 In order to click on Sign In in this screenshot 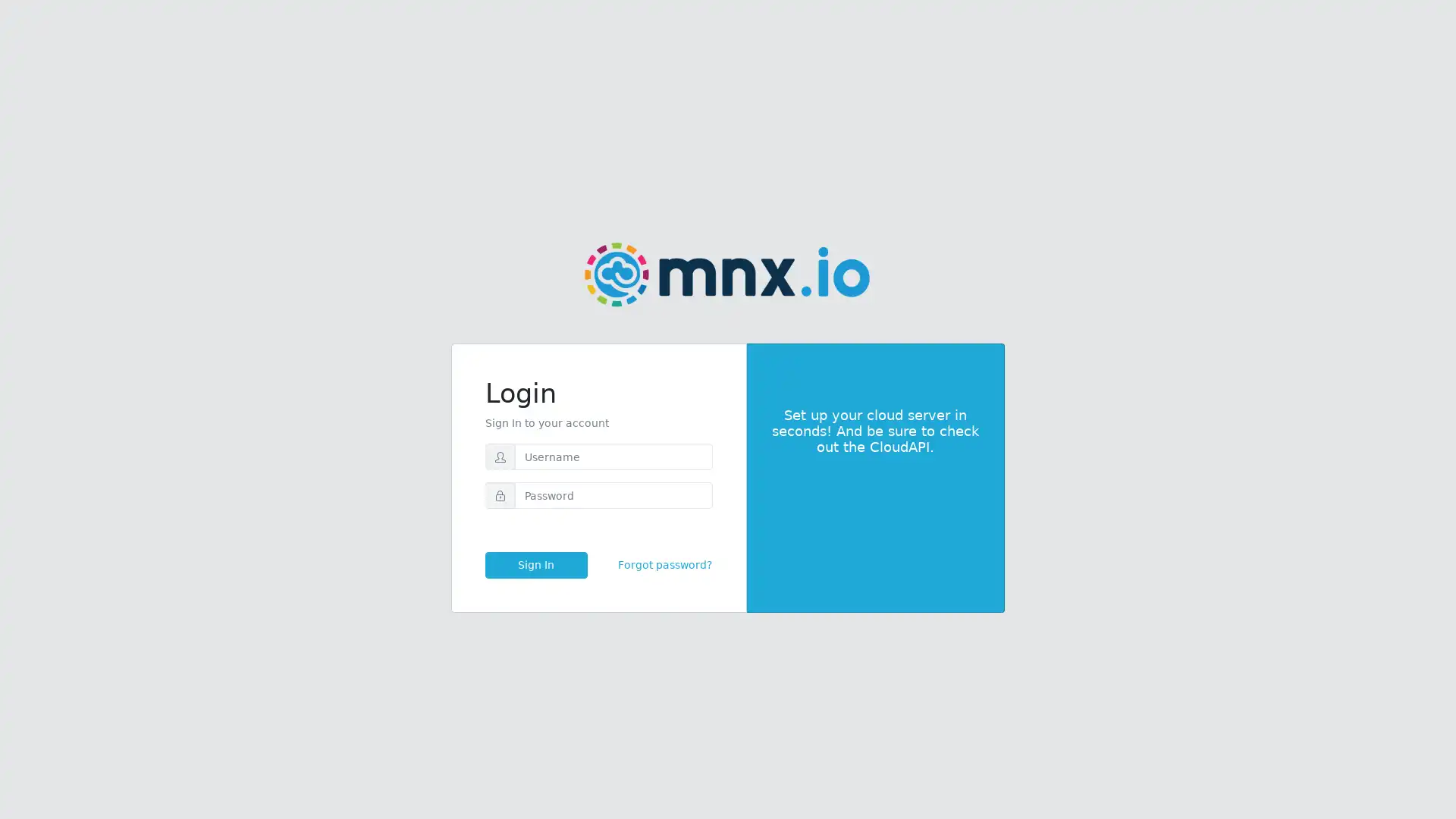, I will do `click(535, 565)`.